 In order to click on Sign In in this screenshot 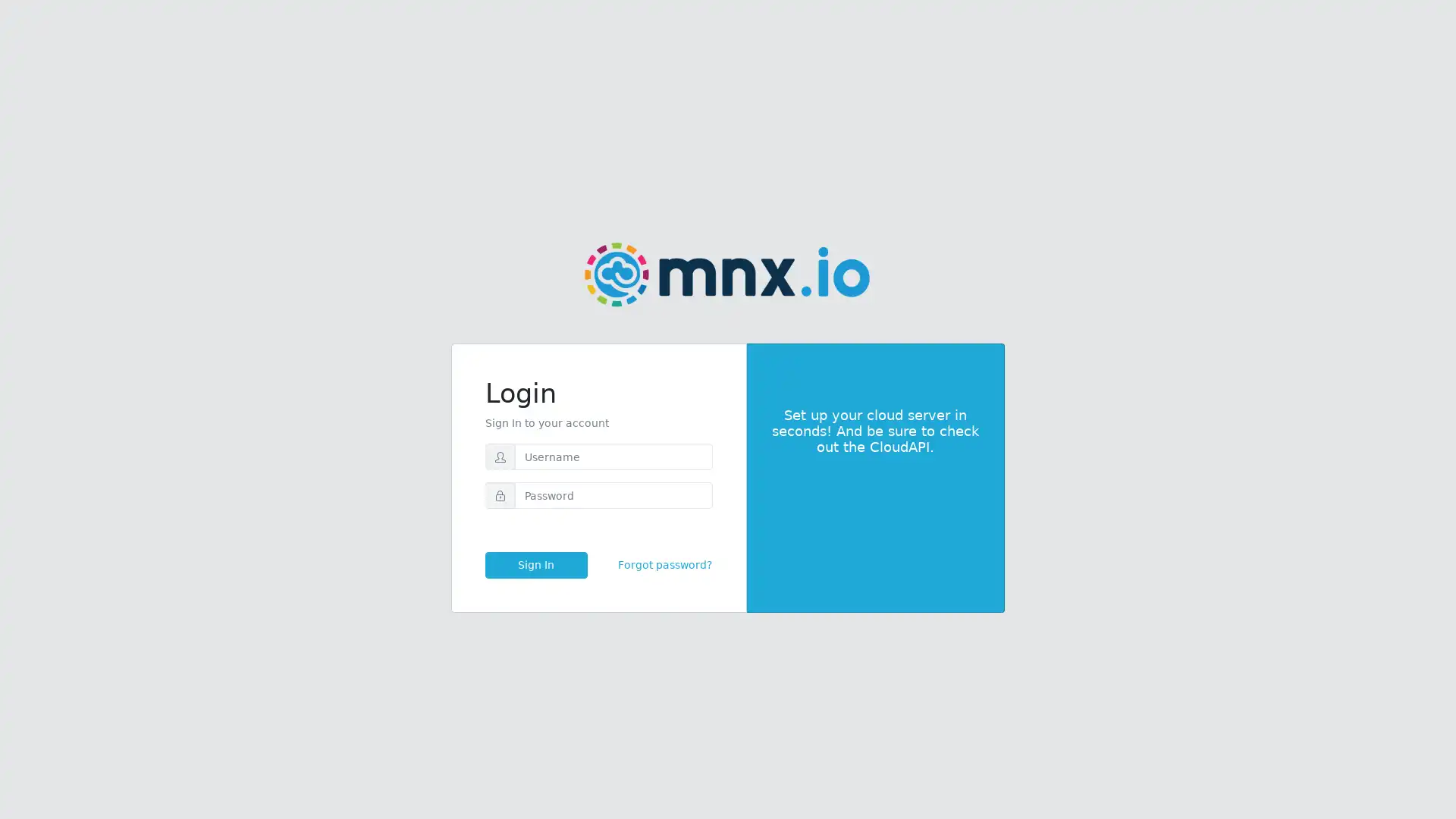, I will do `click(535, 565)`.